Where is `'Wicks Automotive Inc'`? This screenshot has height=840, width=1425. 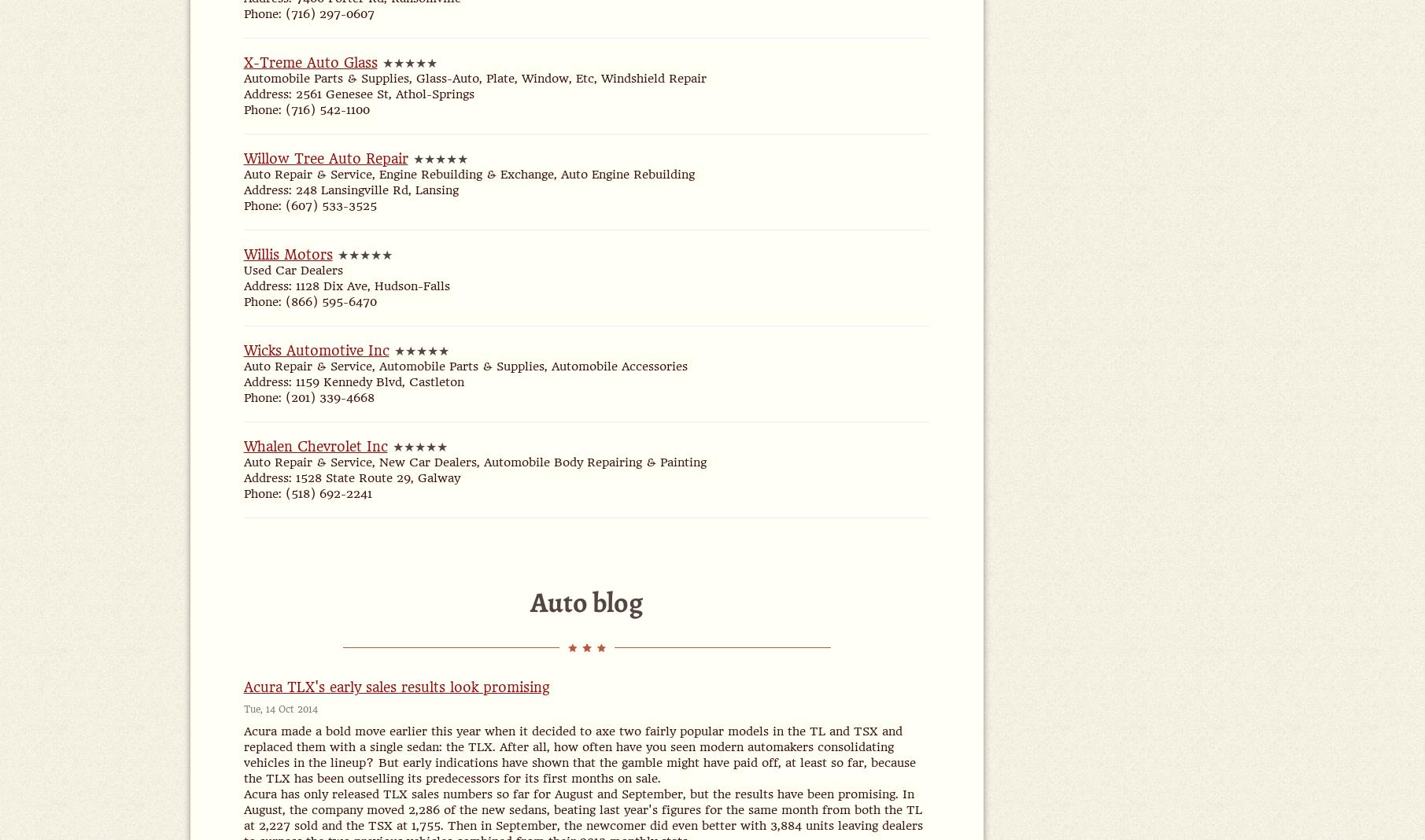 'Wicks Automotive Inc' is located at coordinates (315, 350).